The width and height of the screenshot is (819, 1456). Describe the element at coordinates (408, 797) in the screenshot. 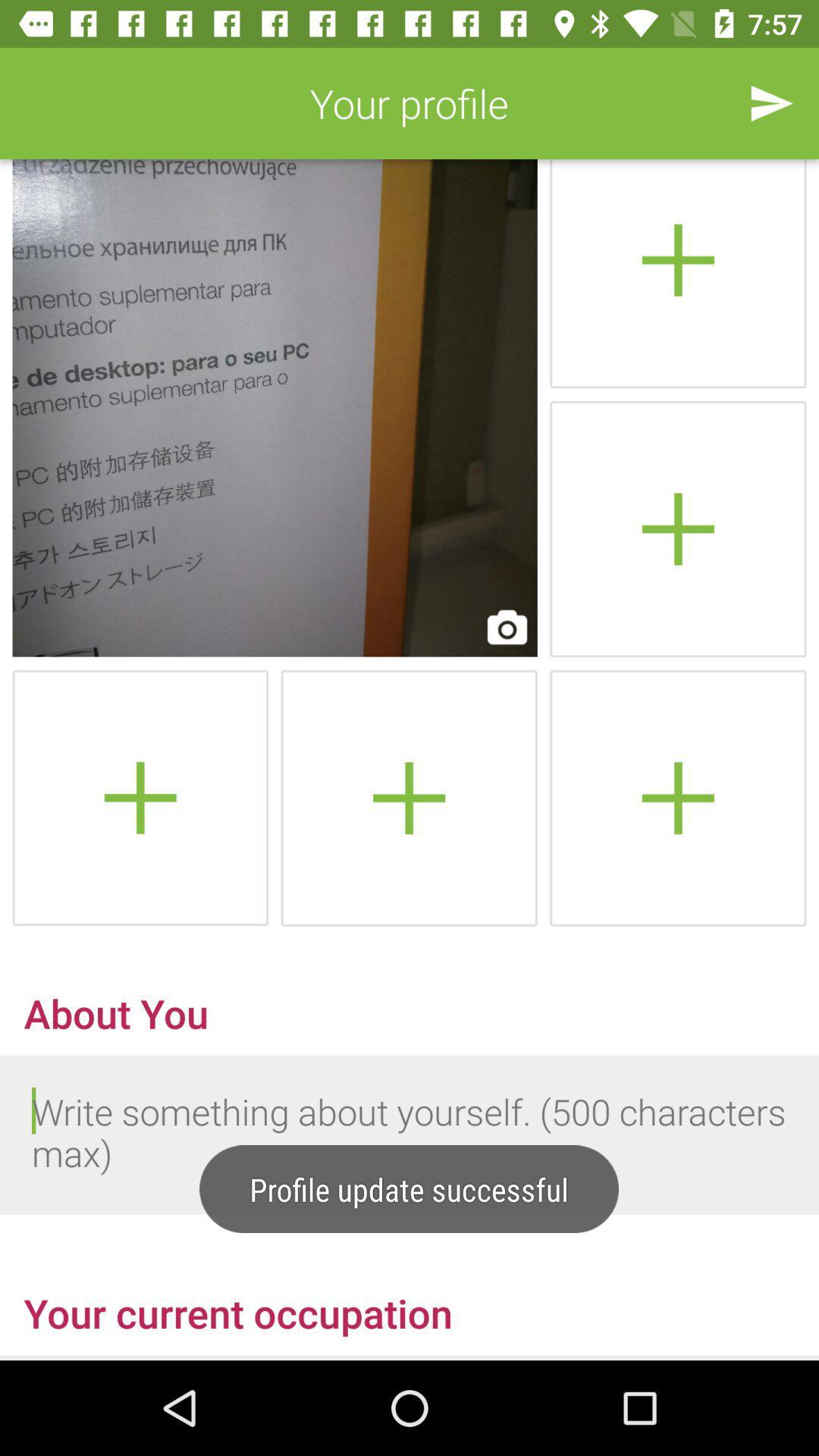

I see `photo` at that location.